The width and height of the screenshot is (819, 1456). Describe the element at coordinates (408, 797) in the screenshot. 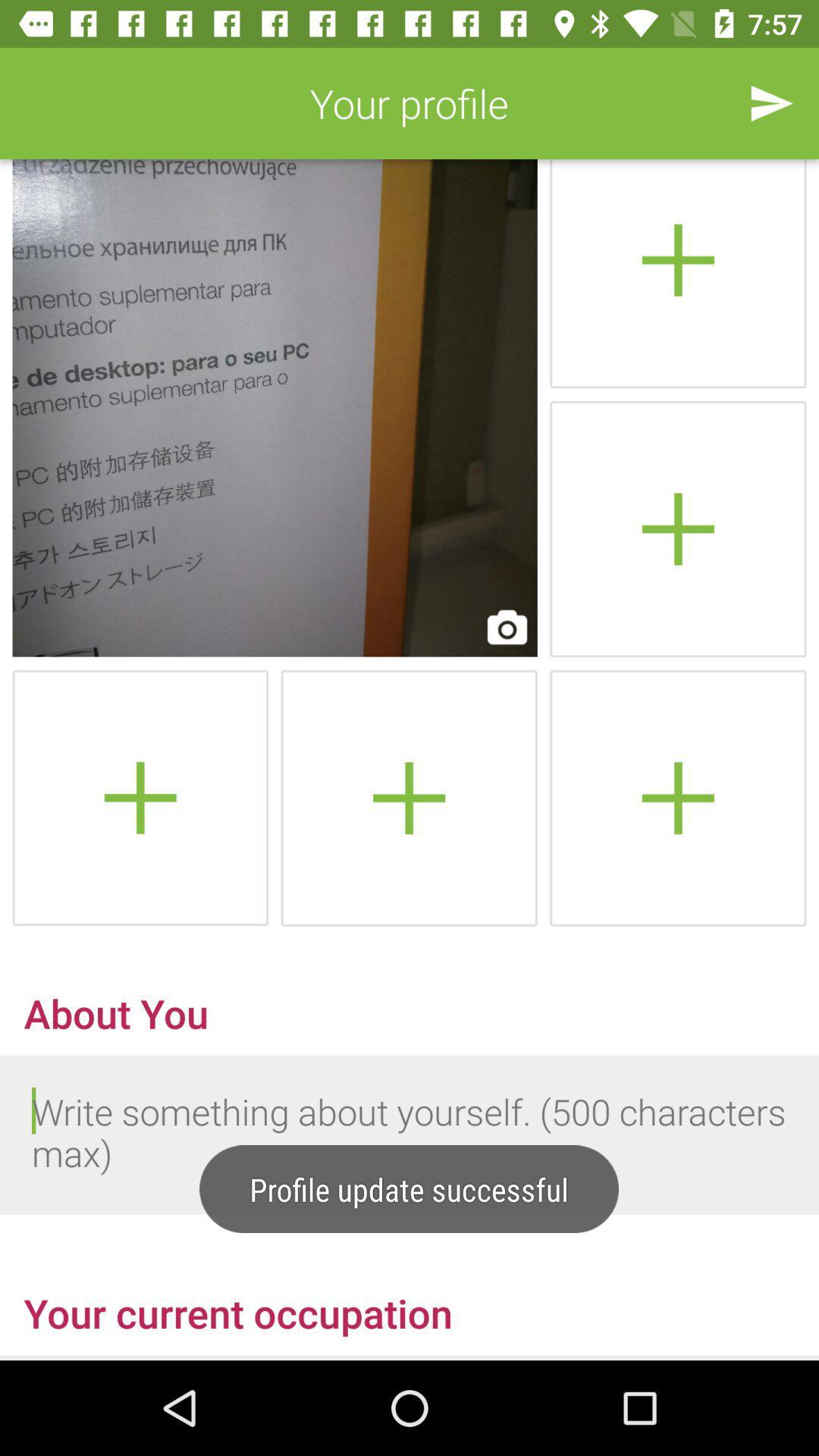

I see `photo` at that location.